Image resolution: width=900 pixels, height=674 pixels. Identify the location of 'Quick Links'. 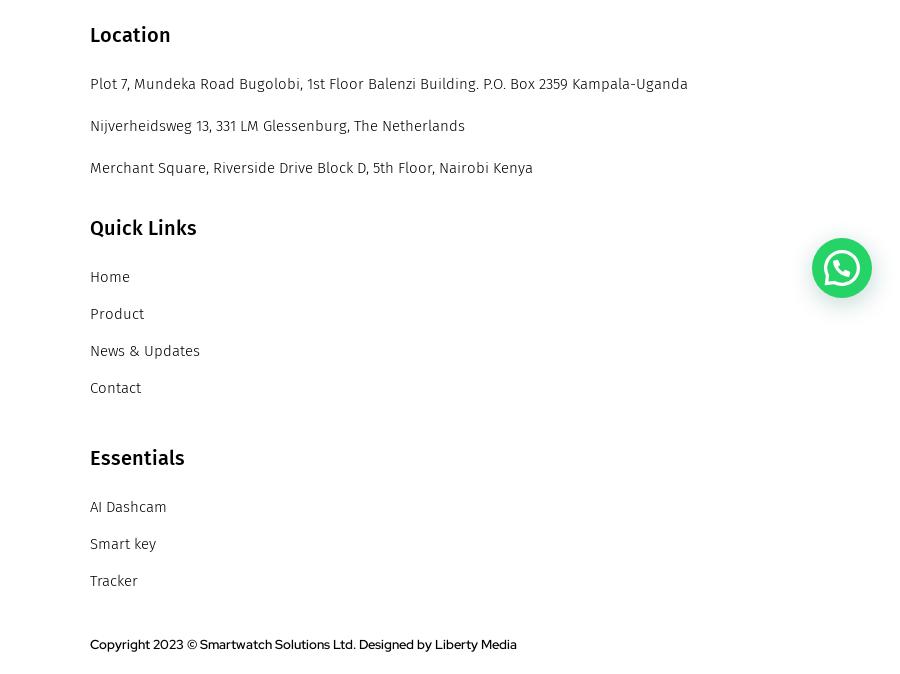
(89, 228).